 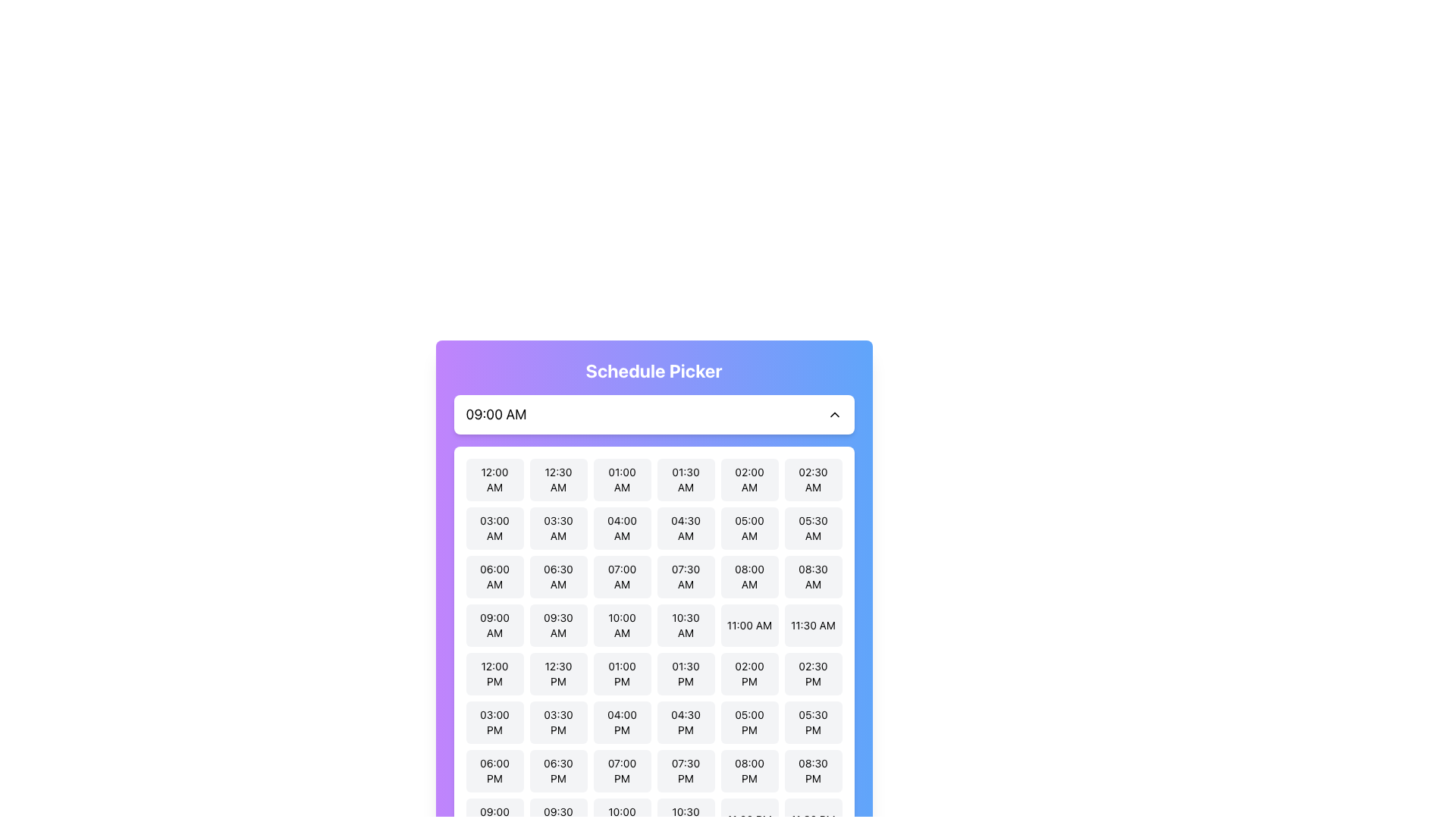 I want to click on the selectable time slot button for '08:00 AM', so click(x=749, y=576).